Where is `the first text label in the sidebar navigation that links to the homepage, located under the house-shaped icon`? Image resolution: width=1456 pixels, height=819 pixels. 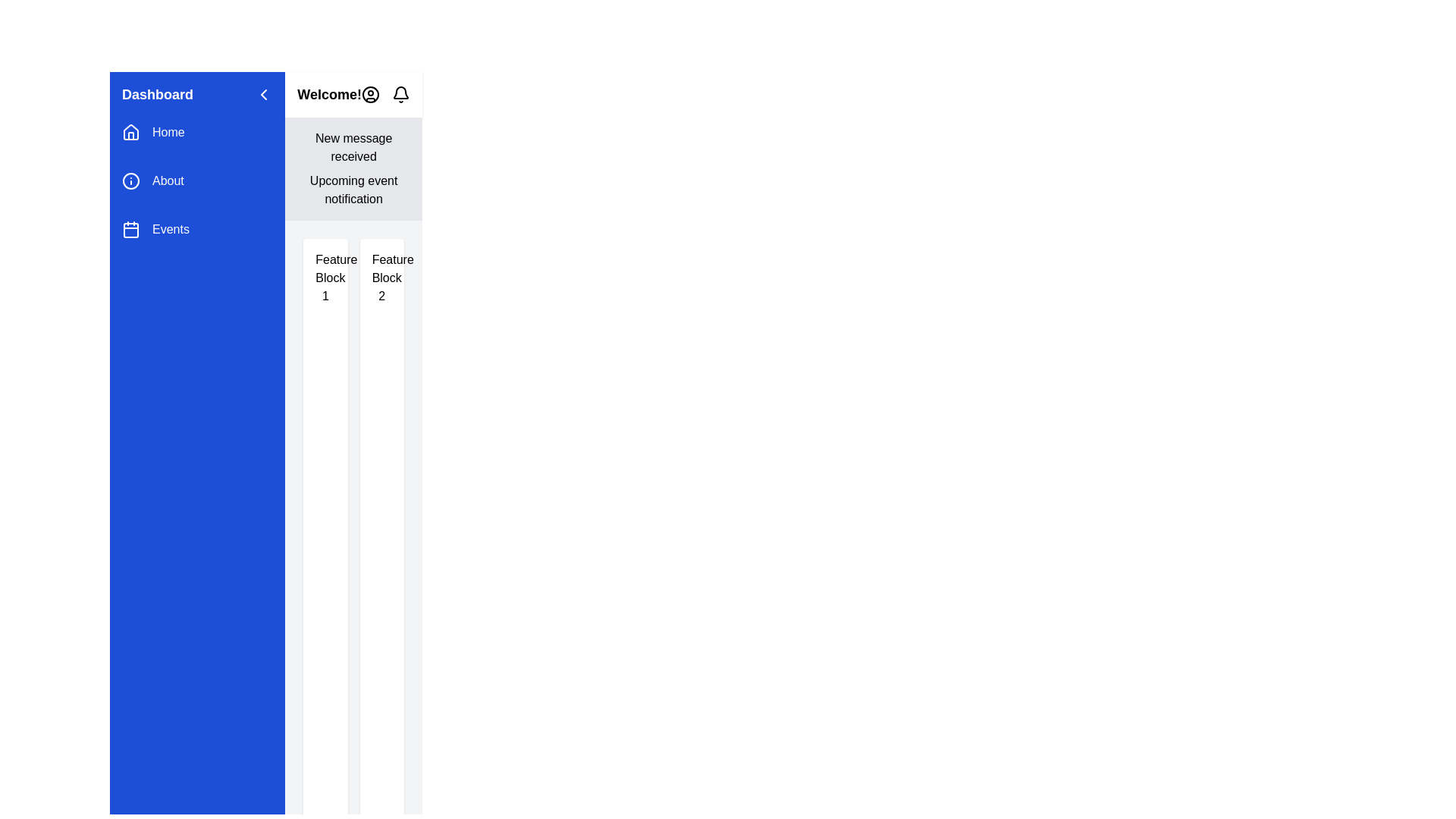
the first text label in the sidebar navigation that links to the homepage, located under the house-shaped icon is located at coordinates (168, 131).